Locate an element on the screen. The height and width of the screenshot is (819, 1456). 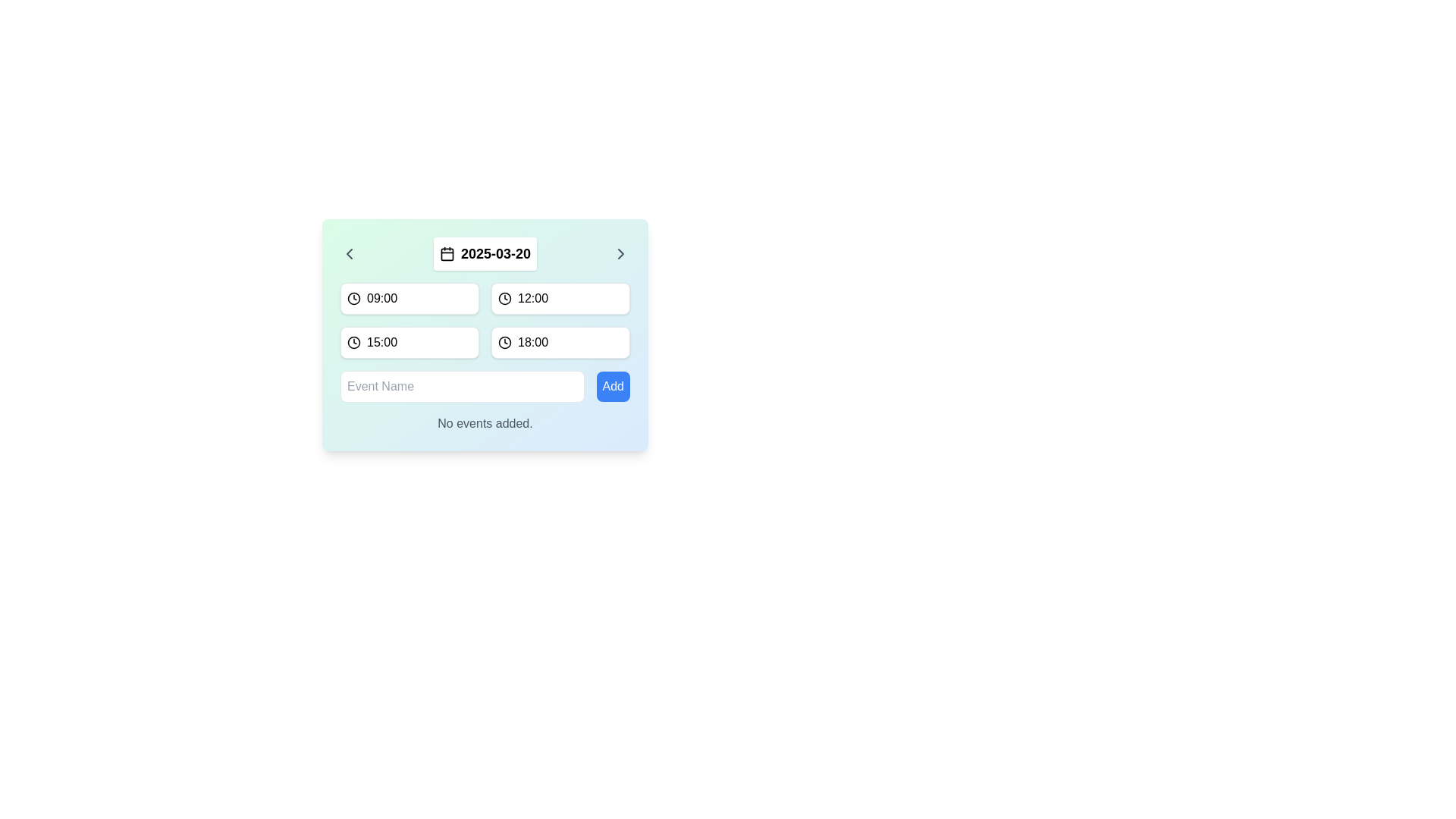
the blue 'Add' button with rounded corners for visual feedback is located at coordinates (613, 385).